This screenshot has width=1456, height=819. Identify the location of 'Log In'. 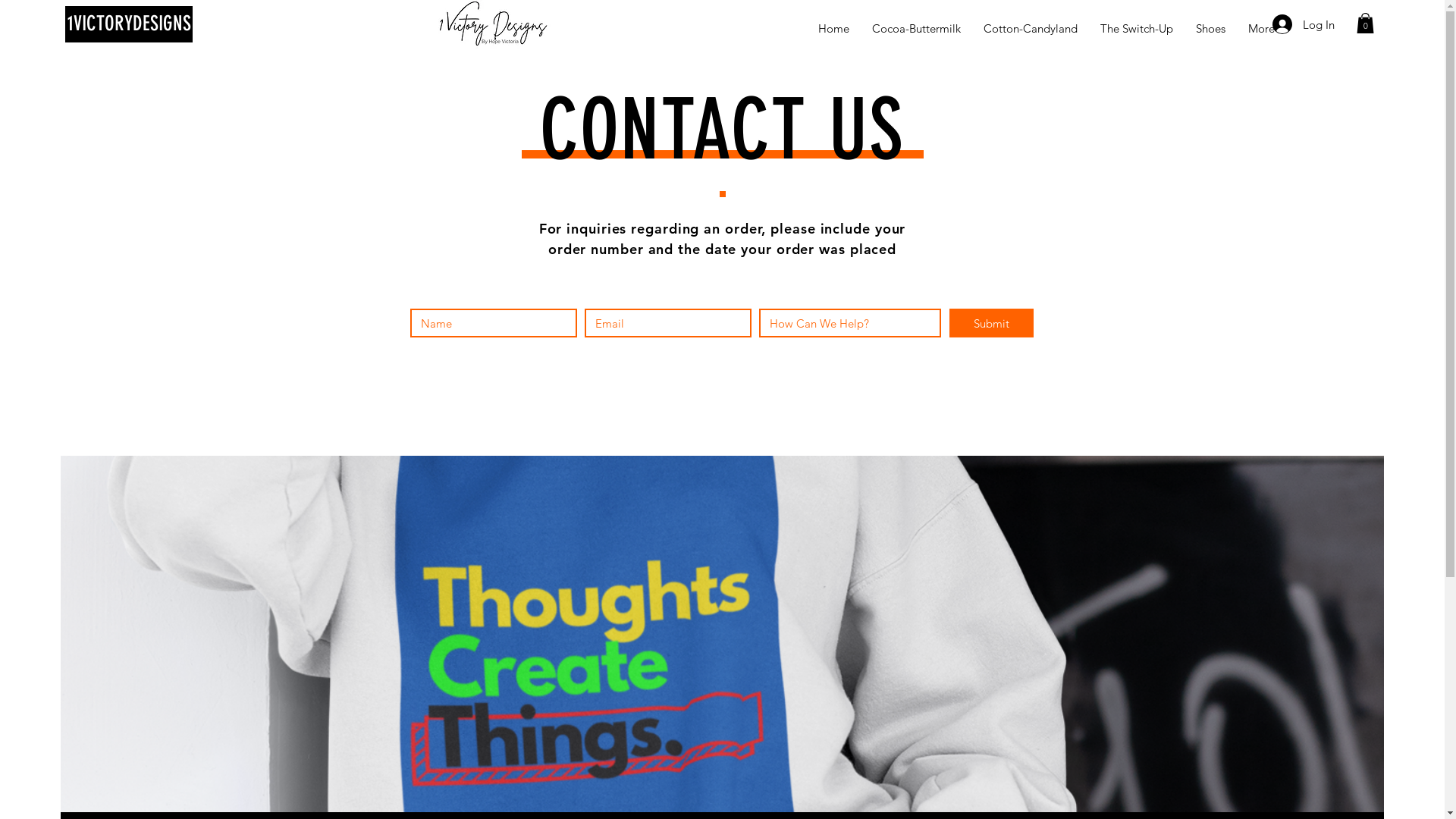
(1262, 24).